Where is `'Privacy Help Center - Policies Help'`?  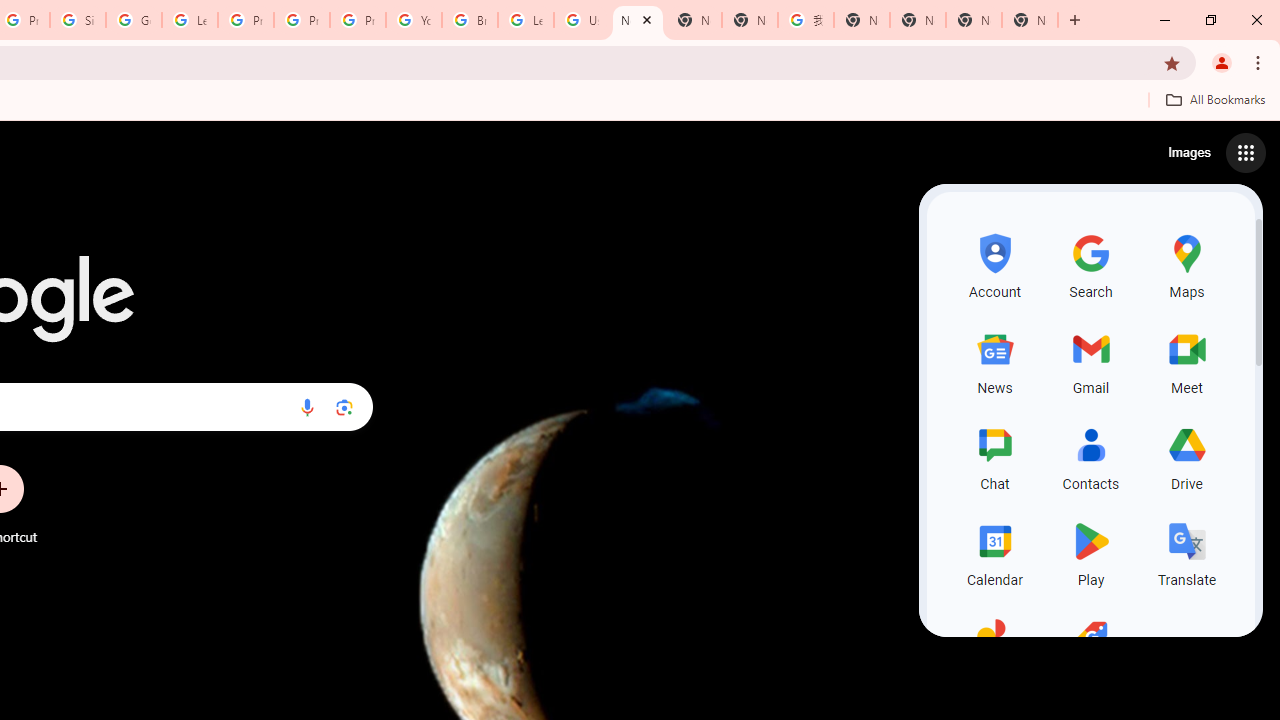
'Privacy Help Center - Policies Help' is located at coordinates (244, 20).